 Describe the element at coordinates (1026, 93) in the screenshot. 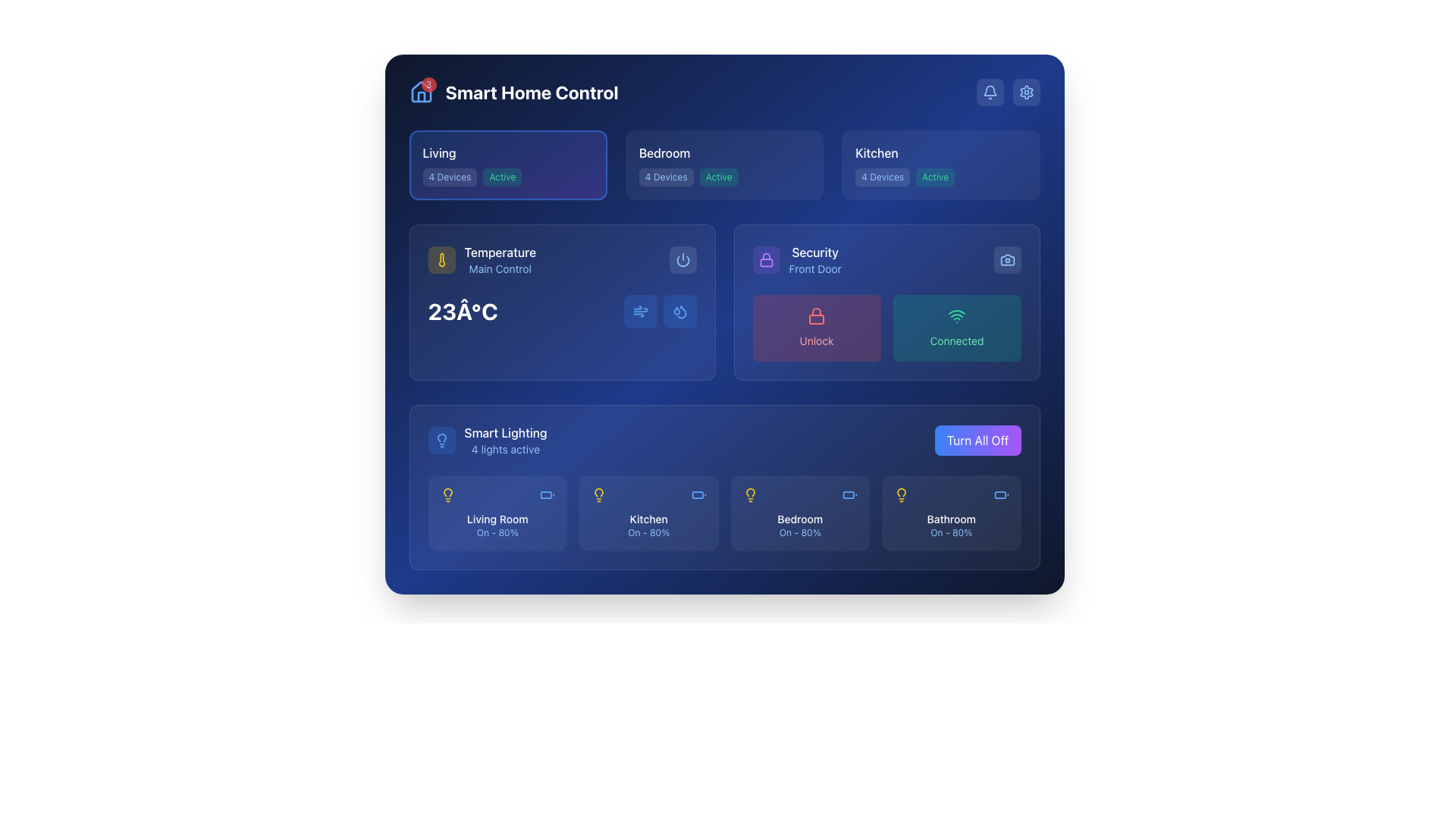

I see `the settings icon button located` at that location.